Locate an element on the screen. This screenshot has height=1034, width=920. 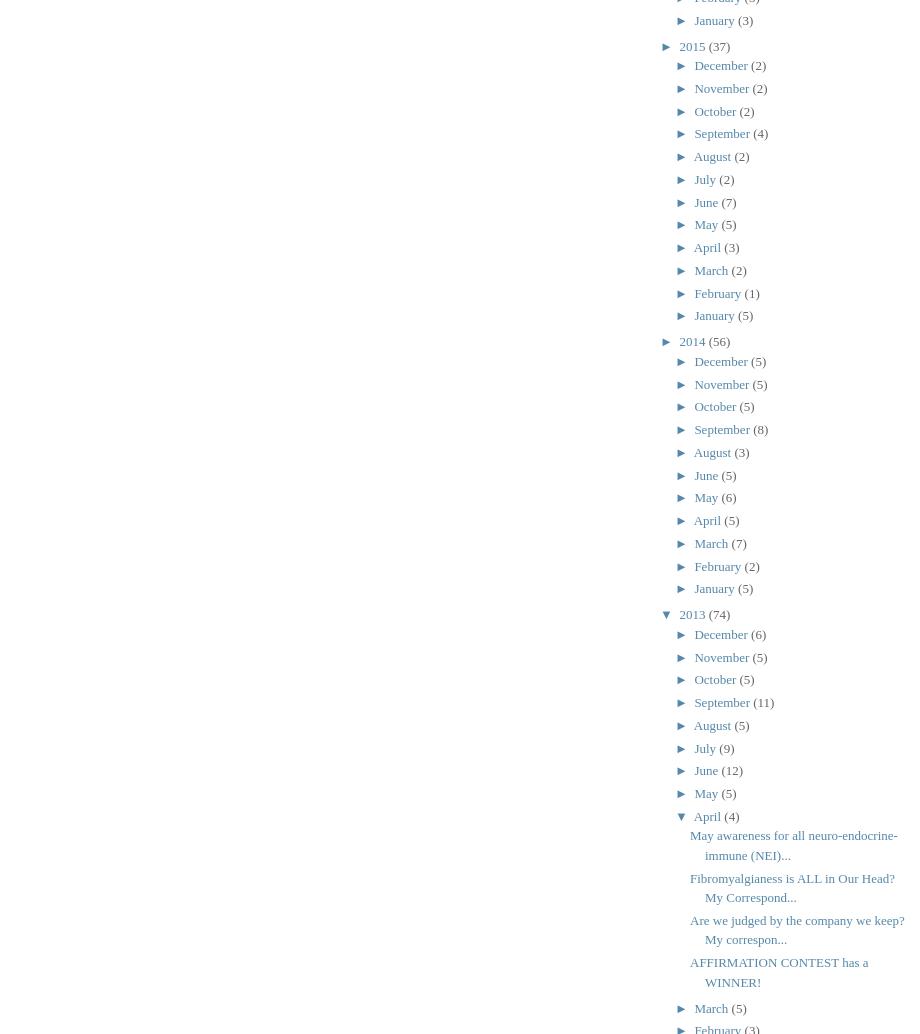
'May awareness for all neuro-endocrine-immune (NEI)...' is located at coordinates (793, 843).